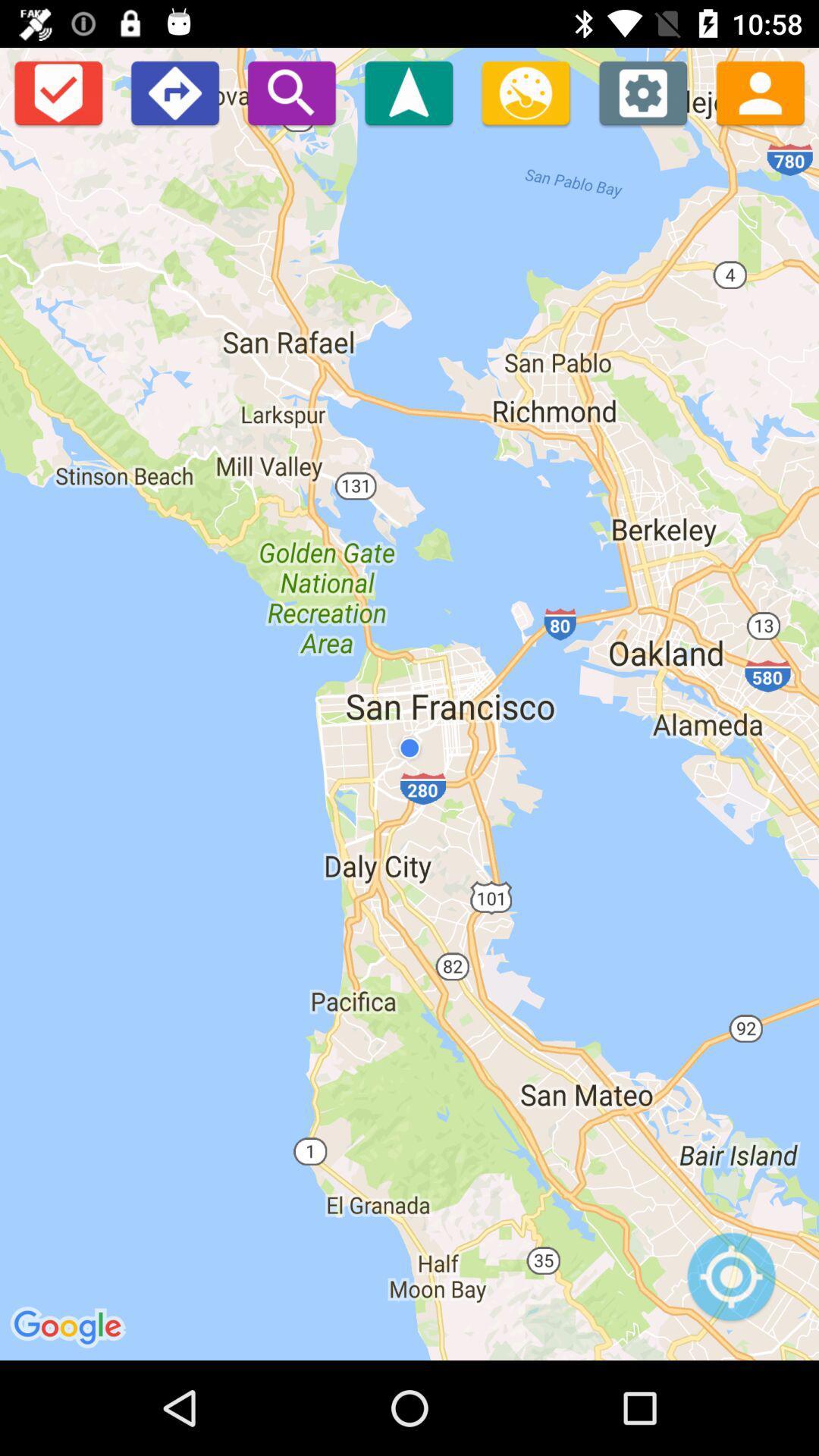 The height and width of the screenshot is (1456, 819). Describe the element at coordinates (408, 92) in the screenshot. I see `the navigation icon` at that location.